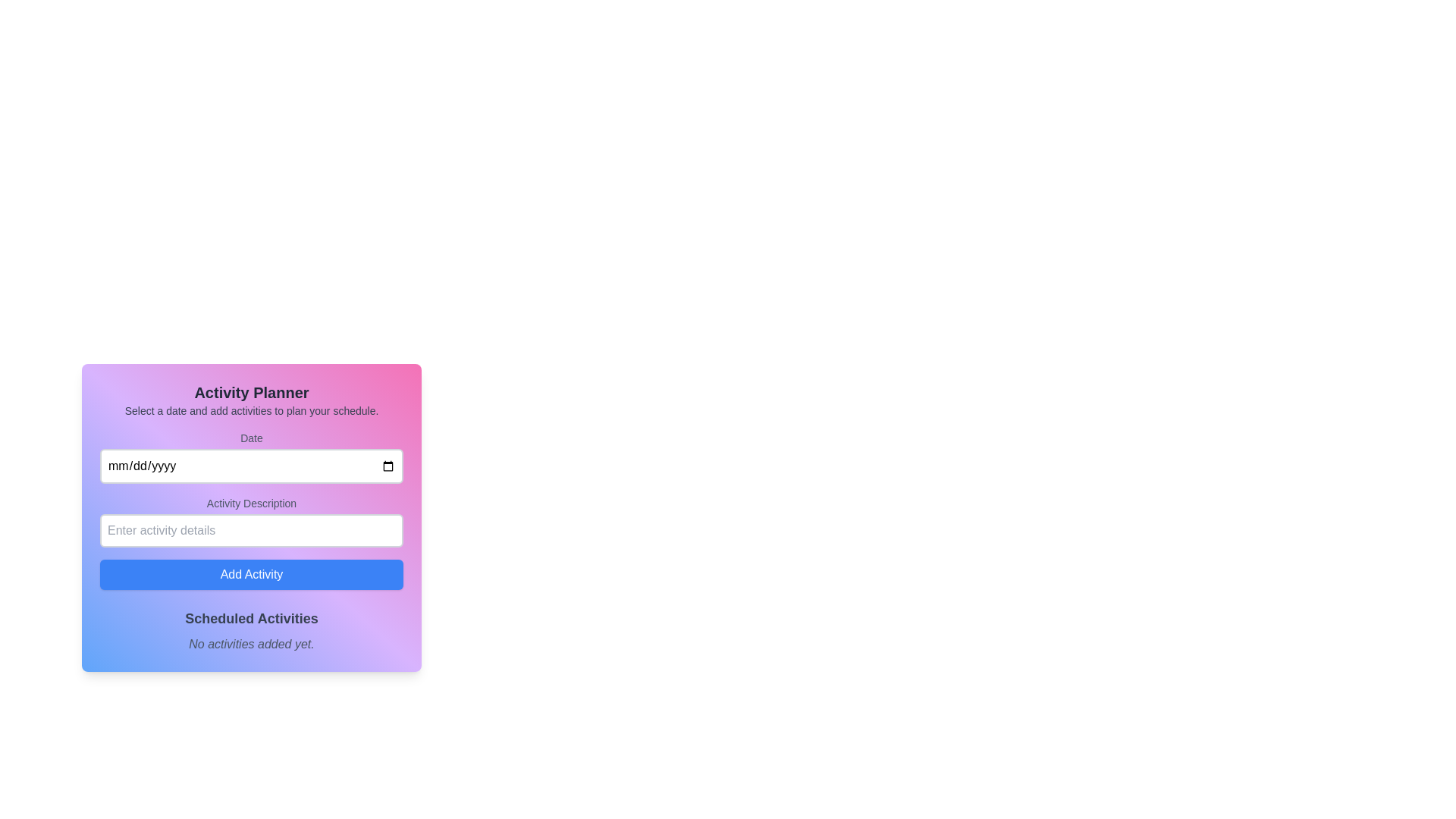 This screenshot has width=1456, height=819. What do you see at coordinates (251, 516) in the screenshot?
I see `the primary content block of the form-like structure containing input fields and a button, styled with a gradient background from blue to pink` at bounding box center [251, 516].